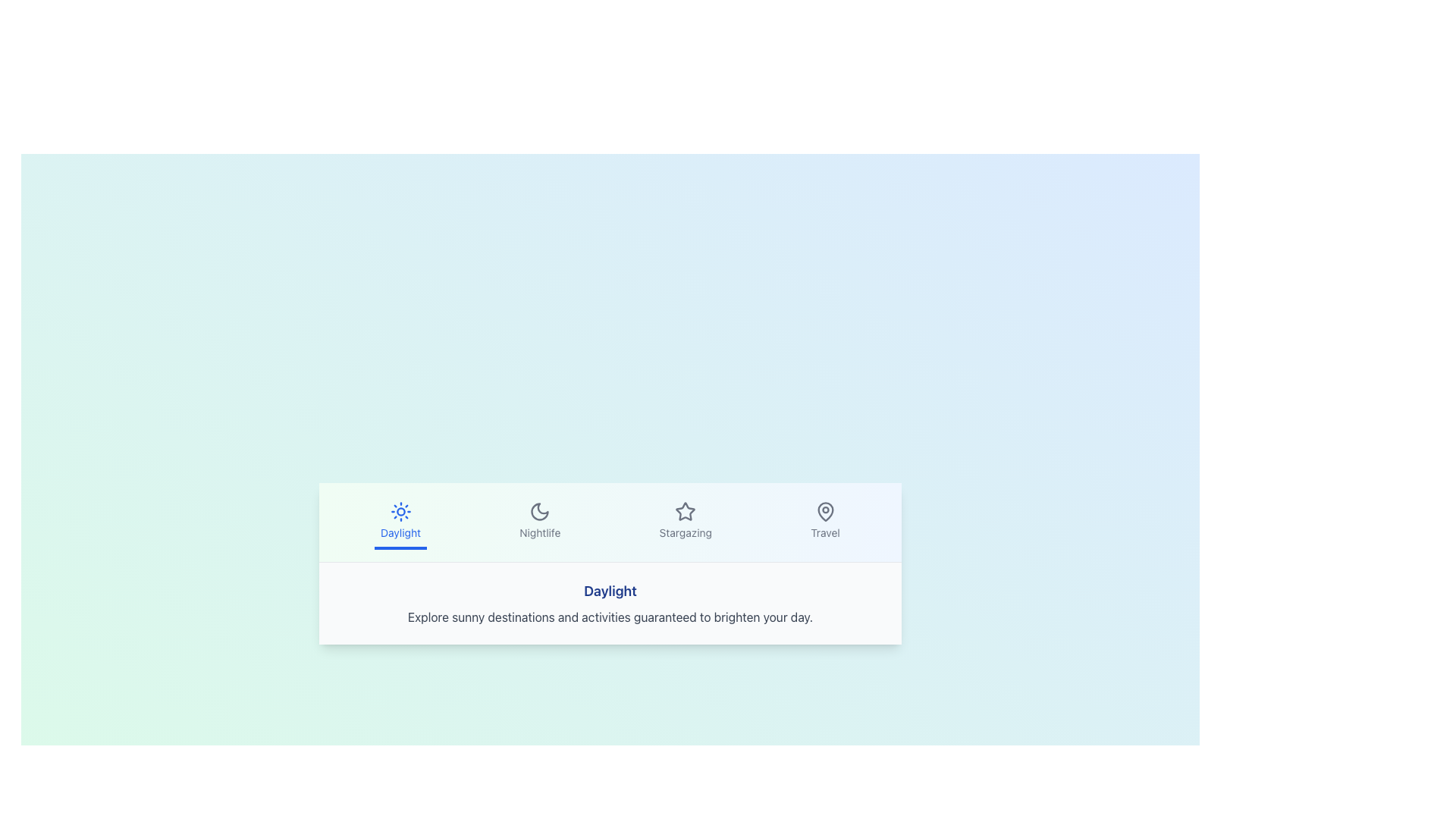  I want to click on the text label displaying 'Travel', which is located under a map pin icon and is positioned at the far right of a horizontal layout of buttons, so click(824, 532).